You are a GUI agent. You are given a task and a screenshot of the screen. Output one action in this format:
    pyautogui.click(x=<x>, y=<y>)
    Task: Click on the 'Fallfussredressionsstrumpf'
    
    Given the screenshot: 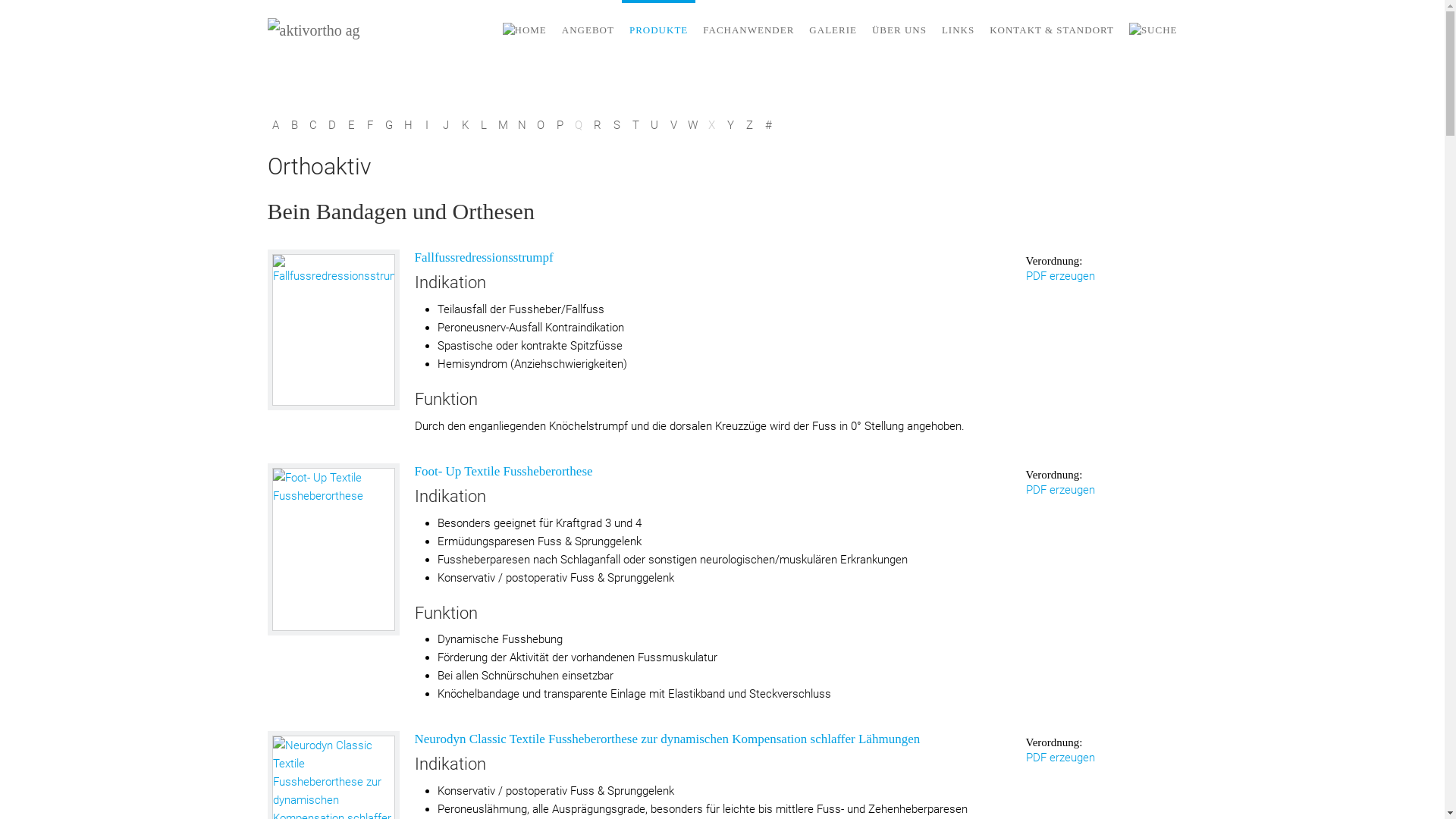 What is the action you would take?
    pyautogui.click(x=331, y=329)
    